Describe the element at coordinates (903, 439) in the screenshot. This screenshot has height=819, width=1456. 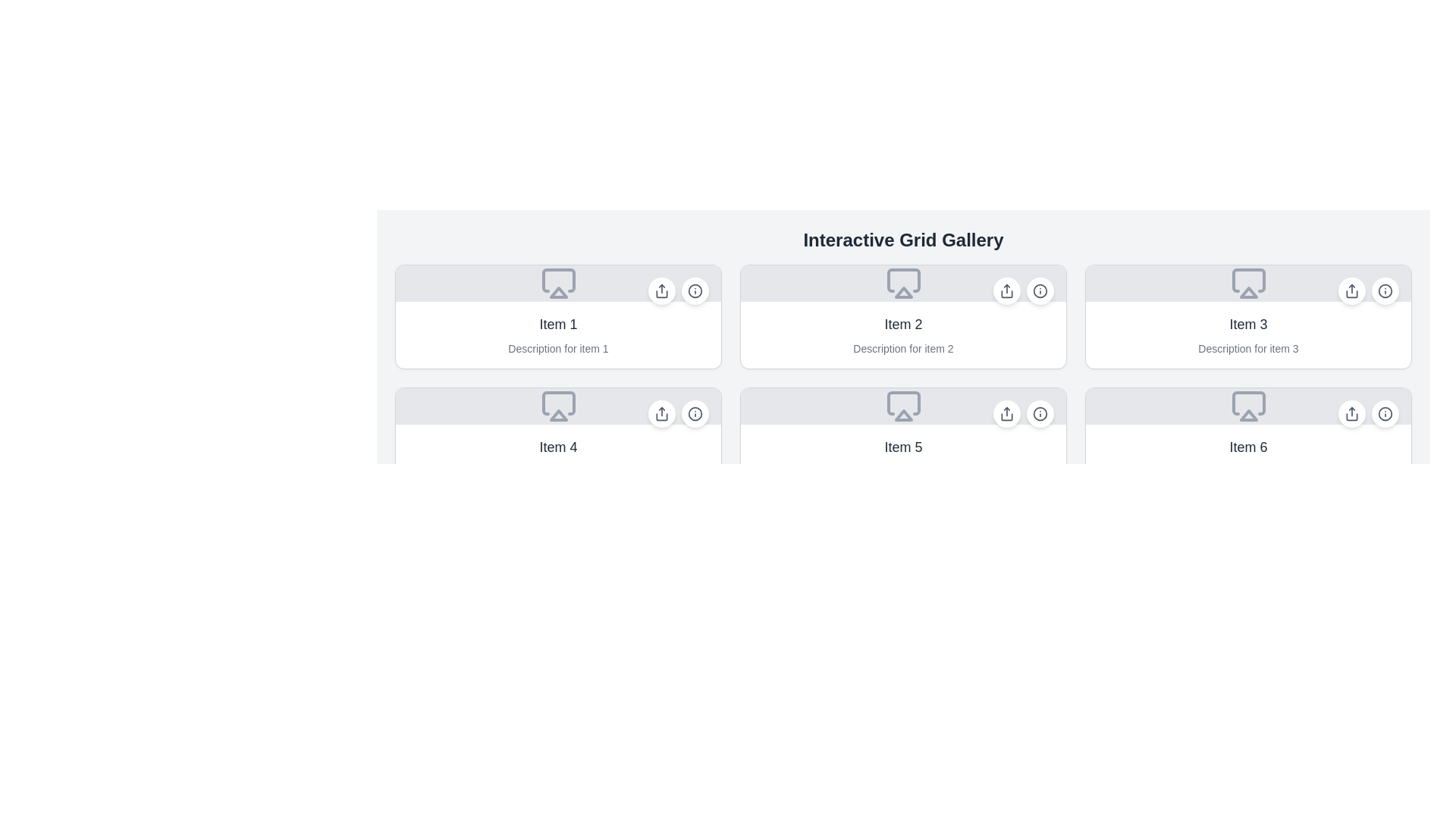
I see `the transparent overlay box that spans the fifth item in the grid layout, positioned in the second row and second column` at that location.